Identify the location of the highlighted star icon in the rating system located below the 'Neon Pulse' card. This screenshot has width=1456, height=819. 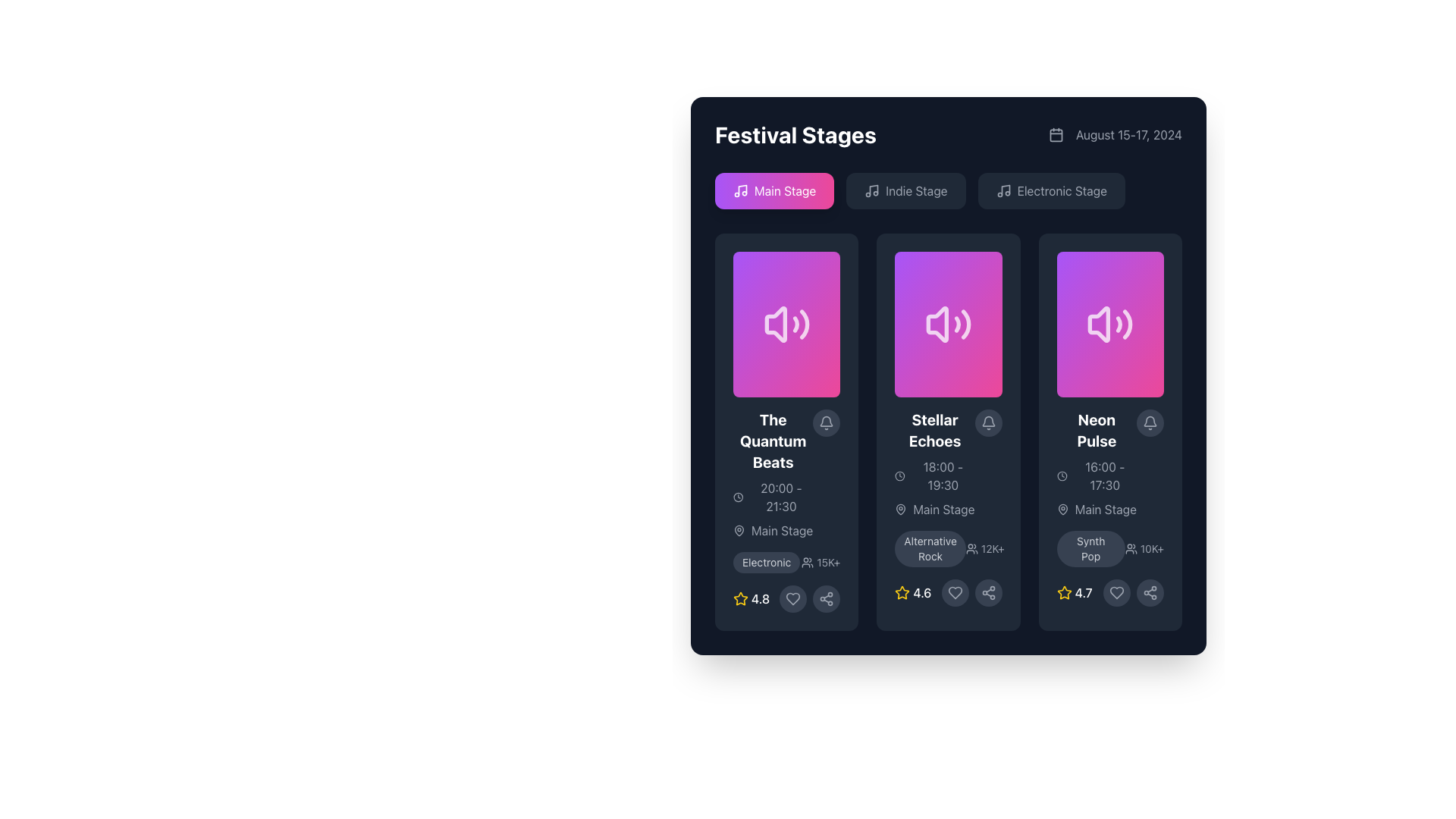
(1063, 591).